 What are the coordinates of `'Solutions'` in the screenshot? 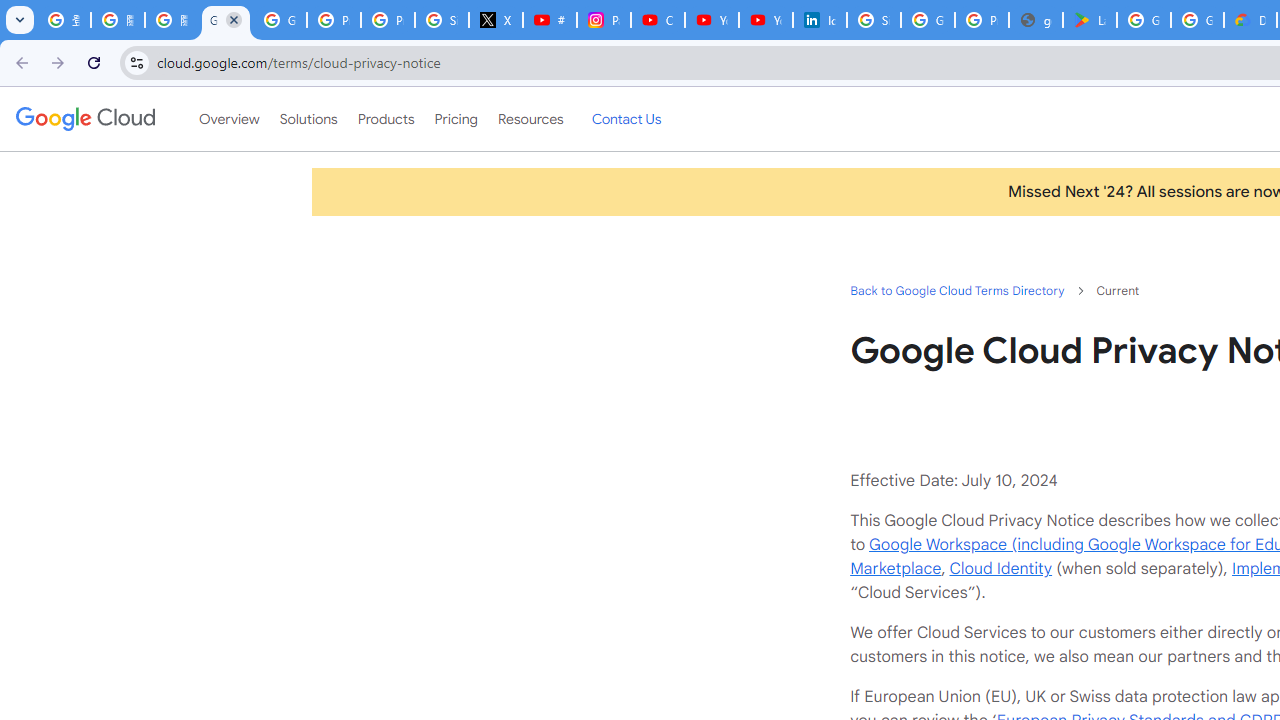 It's located at (307, 119).